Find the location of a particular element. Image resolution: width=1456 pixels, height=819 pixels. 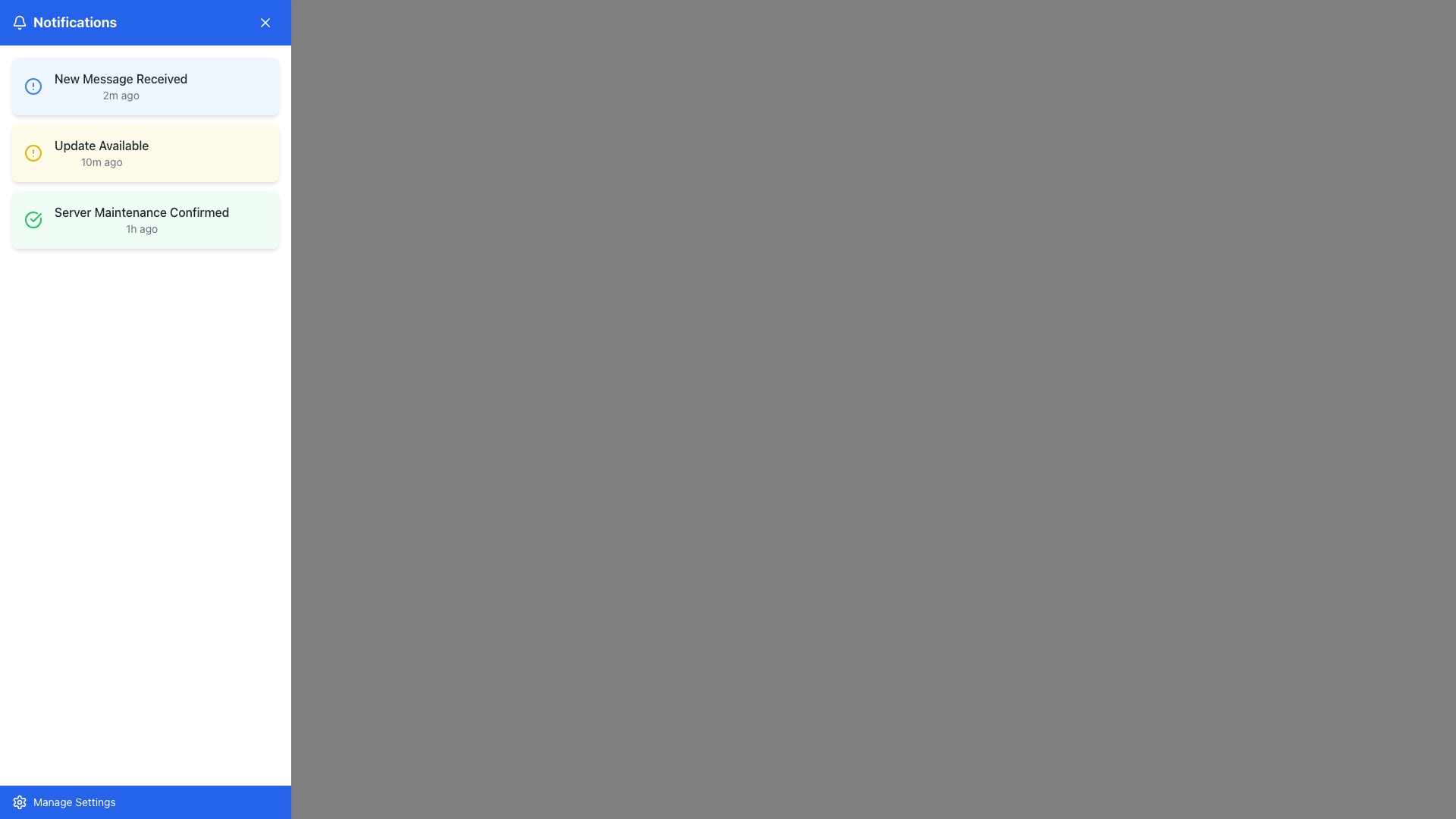

the yellow circular warning icon located in the leftmost position of the 'Update Available' notification panel is located at coordinates (33, 152).